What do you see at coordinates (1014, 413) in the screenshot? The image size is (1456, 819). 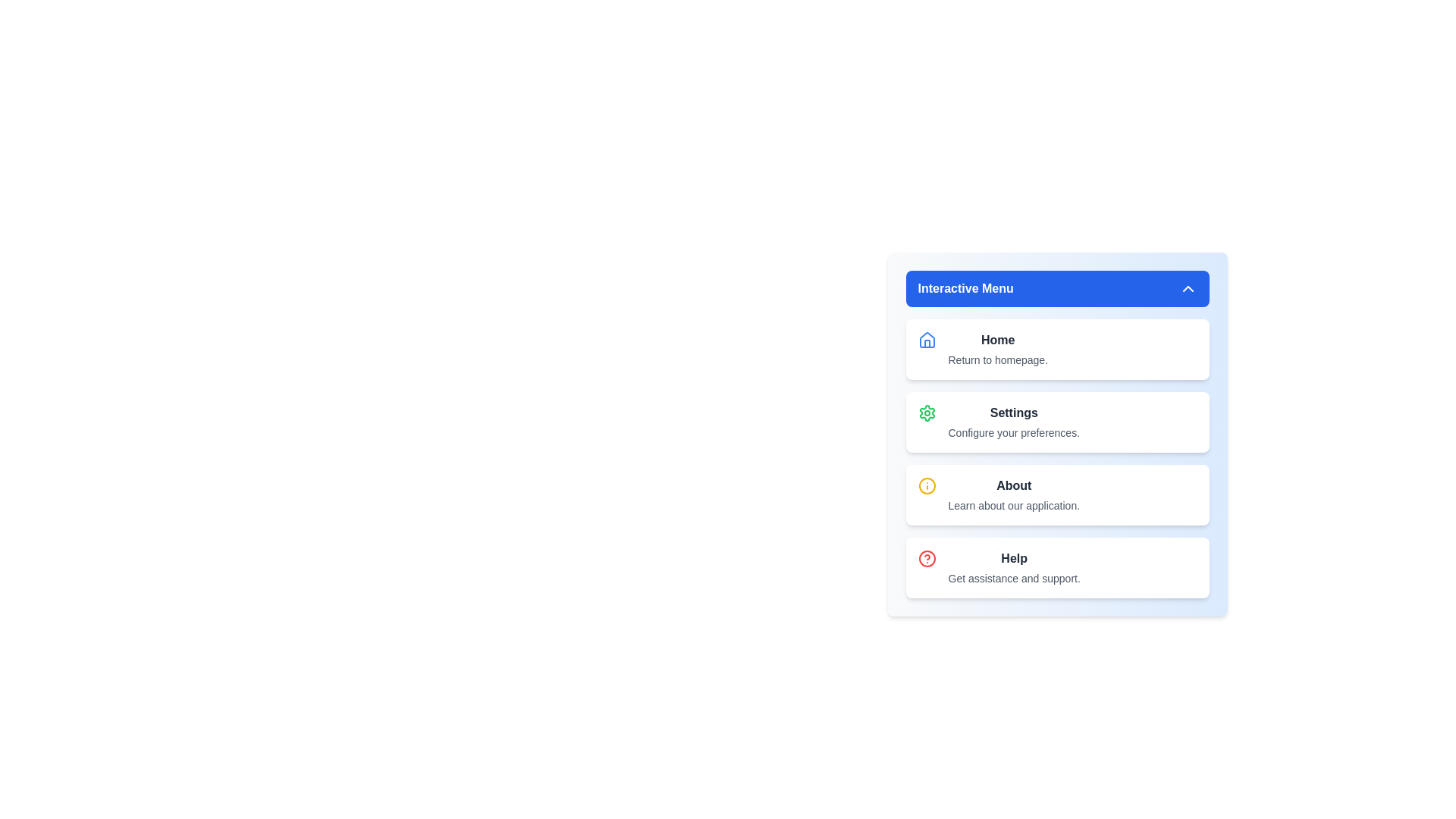 I see `the 'Settings' text label in the interactive menu, which is centrally located below the 'Home' section and above the 'About' section` at bounding box center [1014, 413].